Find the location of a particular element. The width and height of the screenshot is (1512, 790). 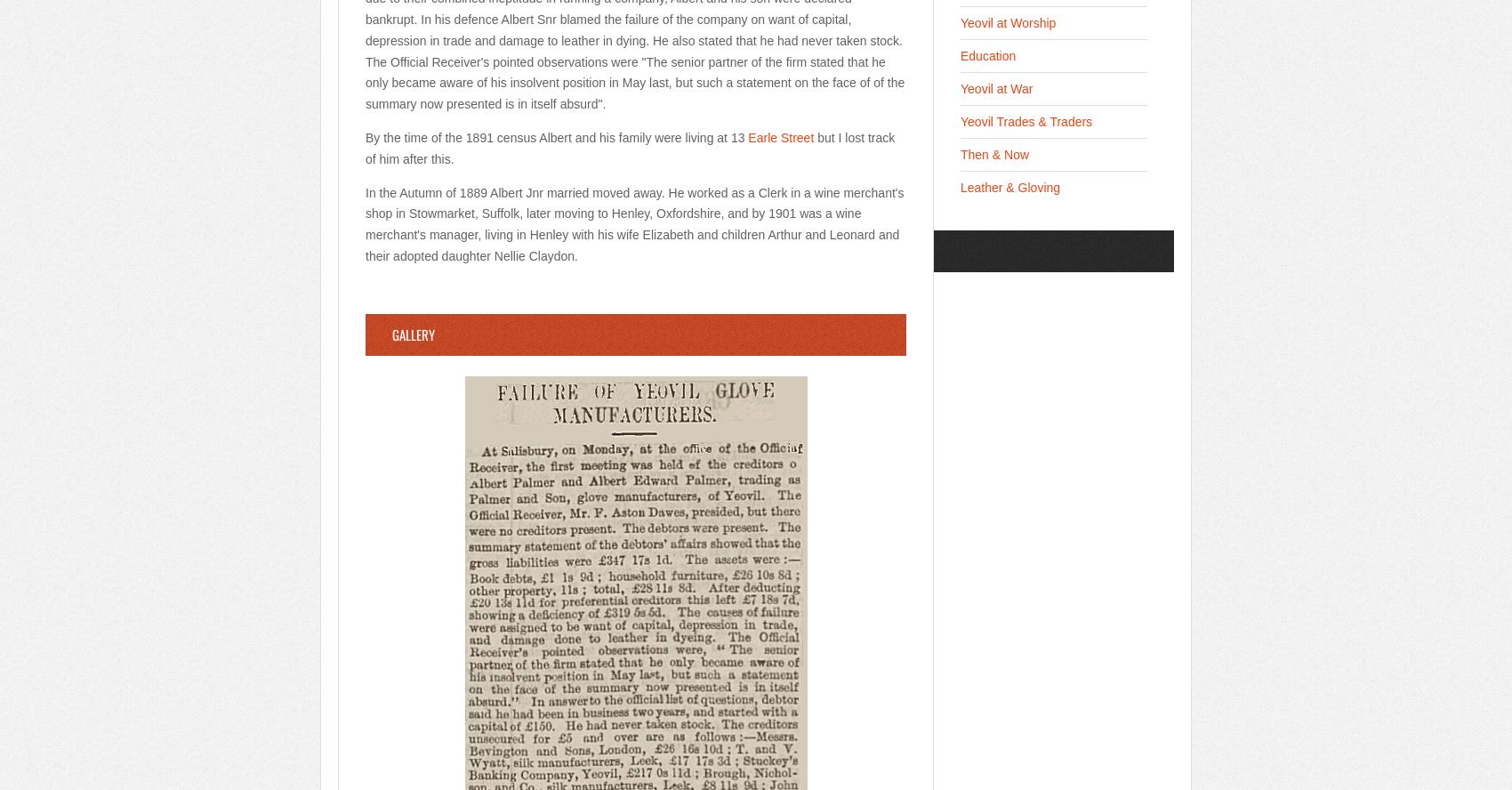

'Earle Street' is located at coordinates (781, 136).